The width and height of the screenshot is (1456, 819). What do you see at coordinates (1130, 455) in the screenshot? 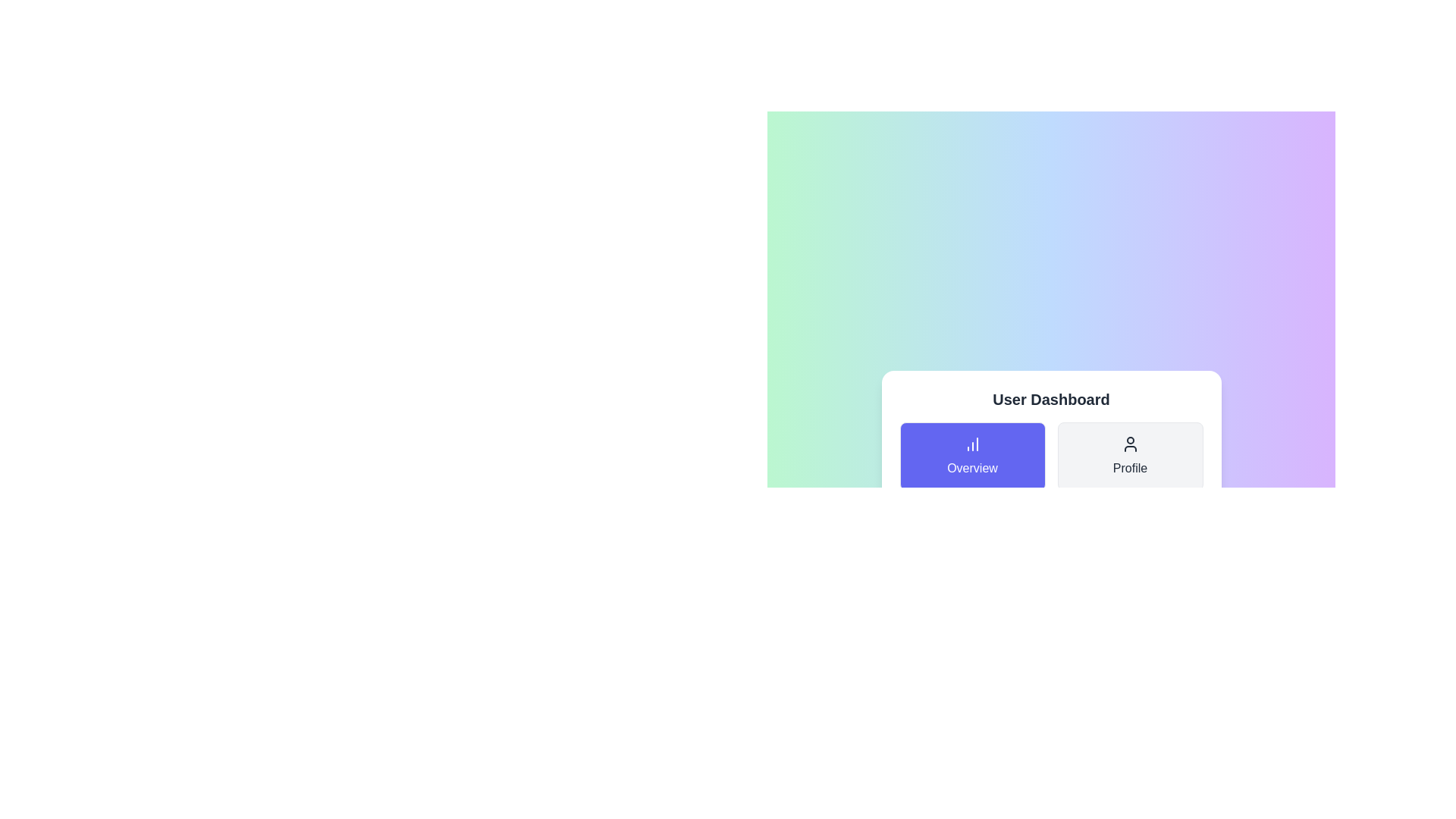
I see `the tab named Profile by clicking on its button` at bounding box center [1130, 455].